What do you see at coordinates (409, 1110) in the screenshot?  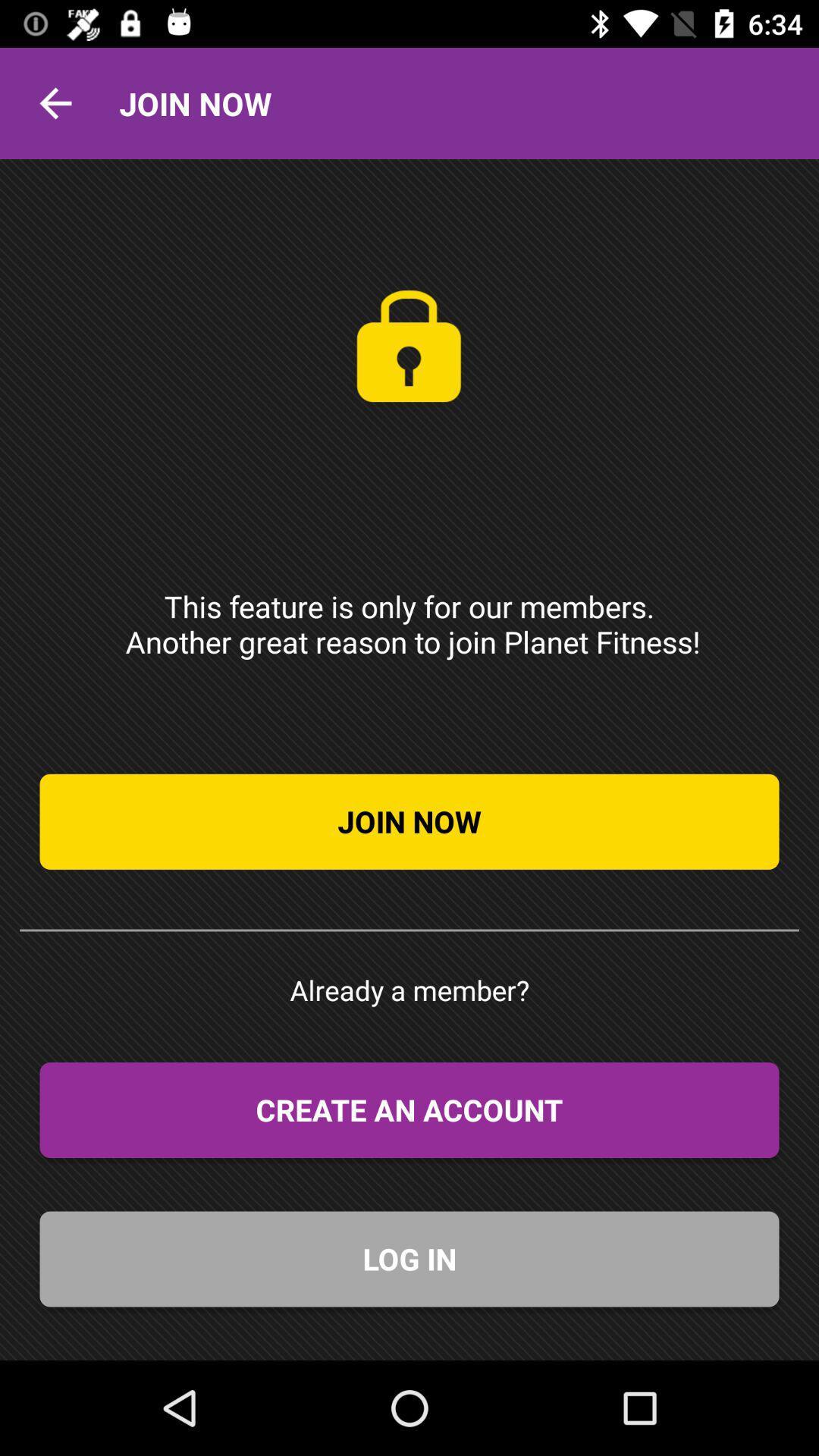 I see `the create an account item` at bounding box center [409, 1110].